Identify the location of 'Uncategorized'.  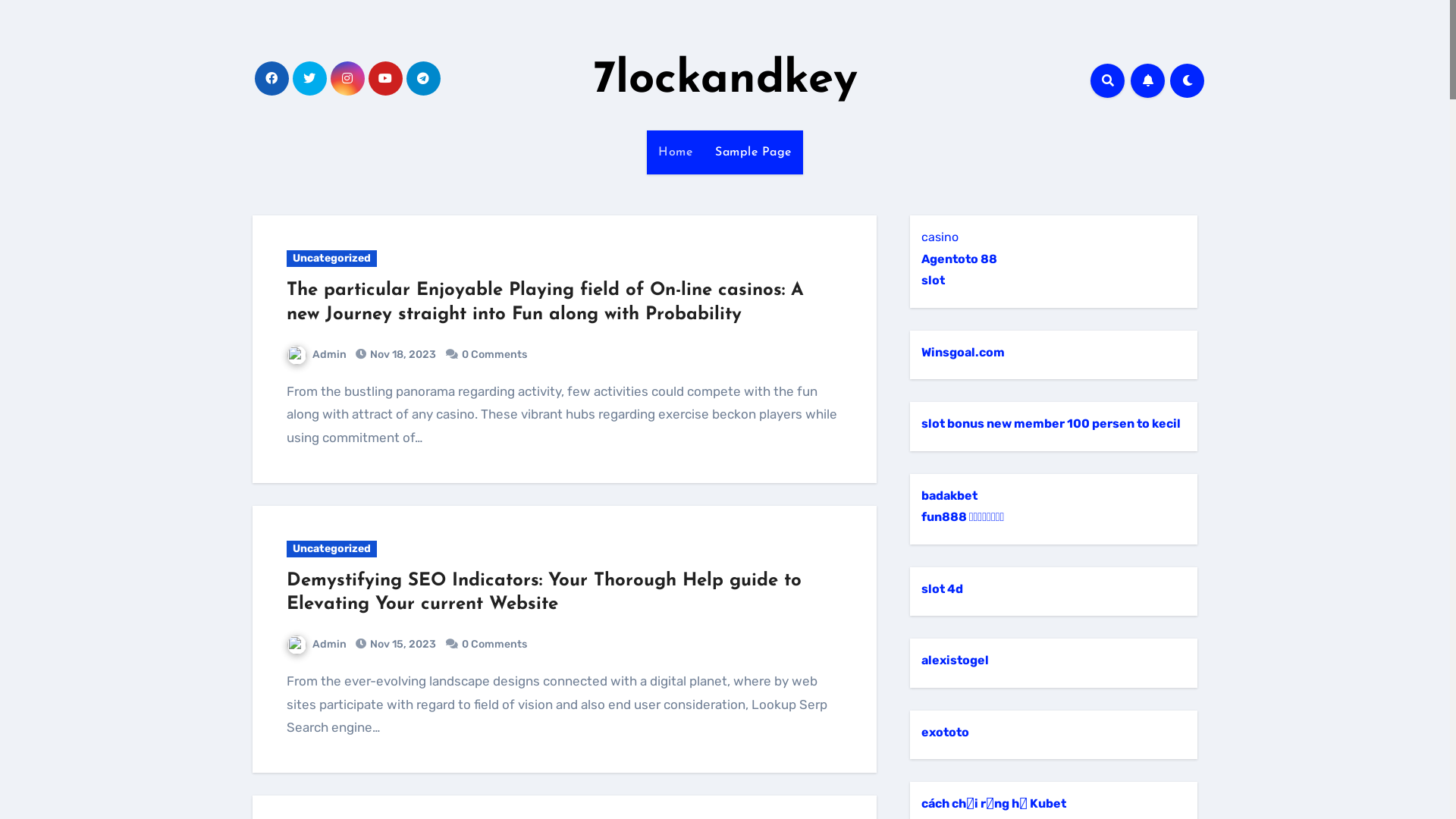
(331, 257).